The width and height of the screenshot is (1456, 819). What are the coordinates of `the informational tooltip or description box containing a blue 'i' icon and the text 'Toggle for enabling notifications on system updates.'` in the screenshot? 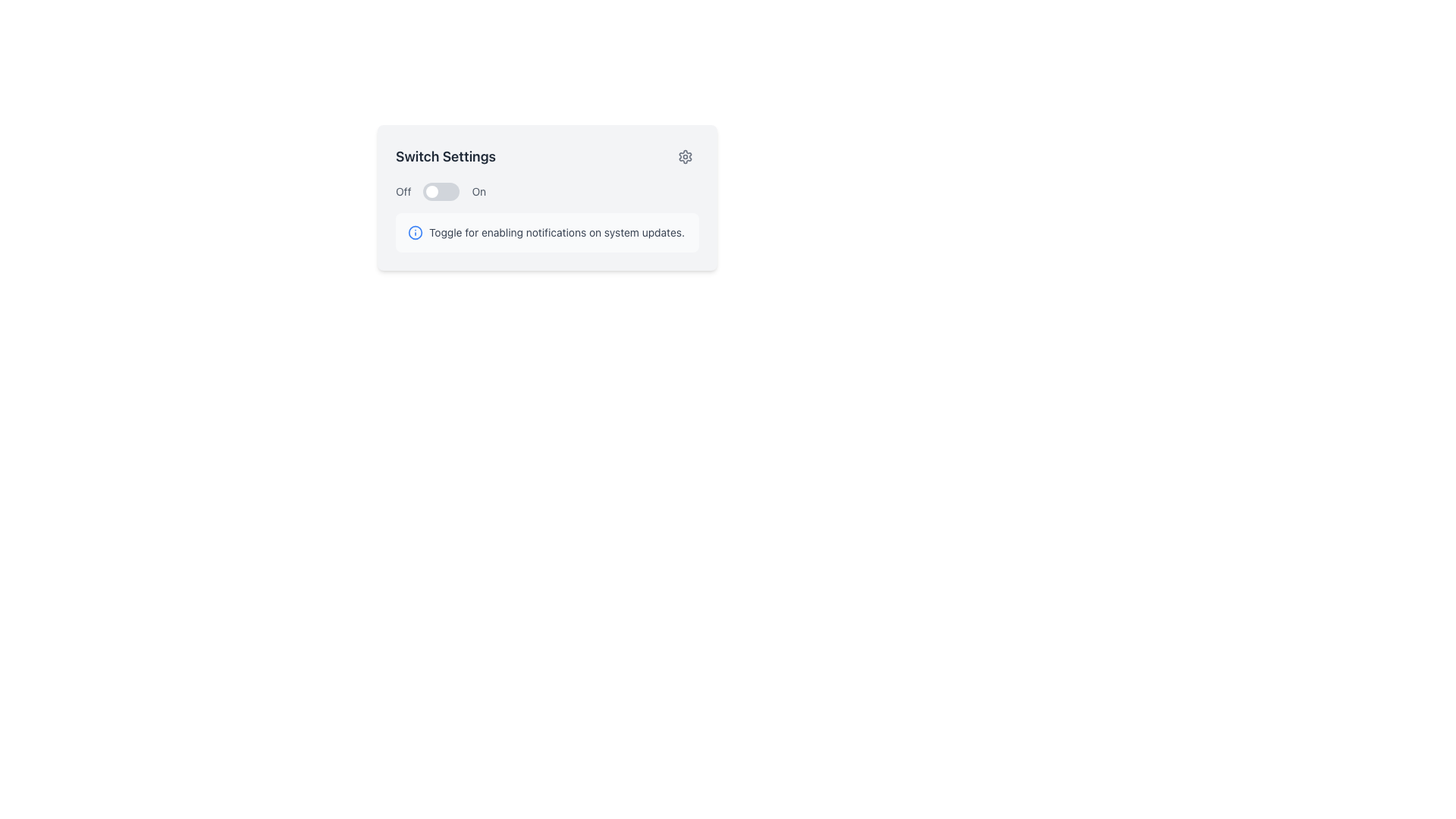 It's located at (546, 233).